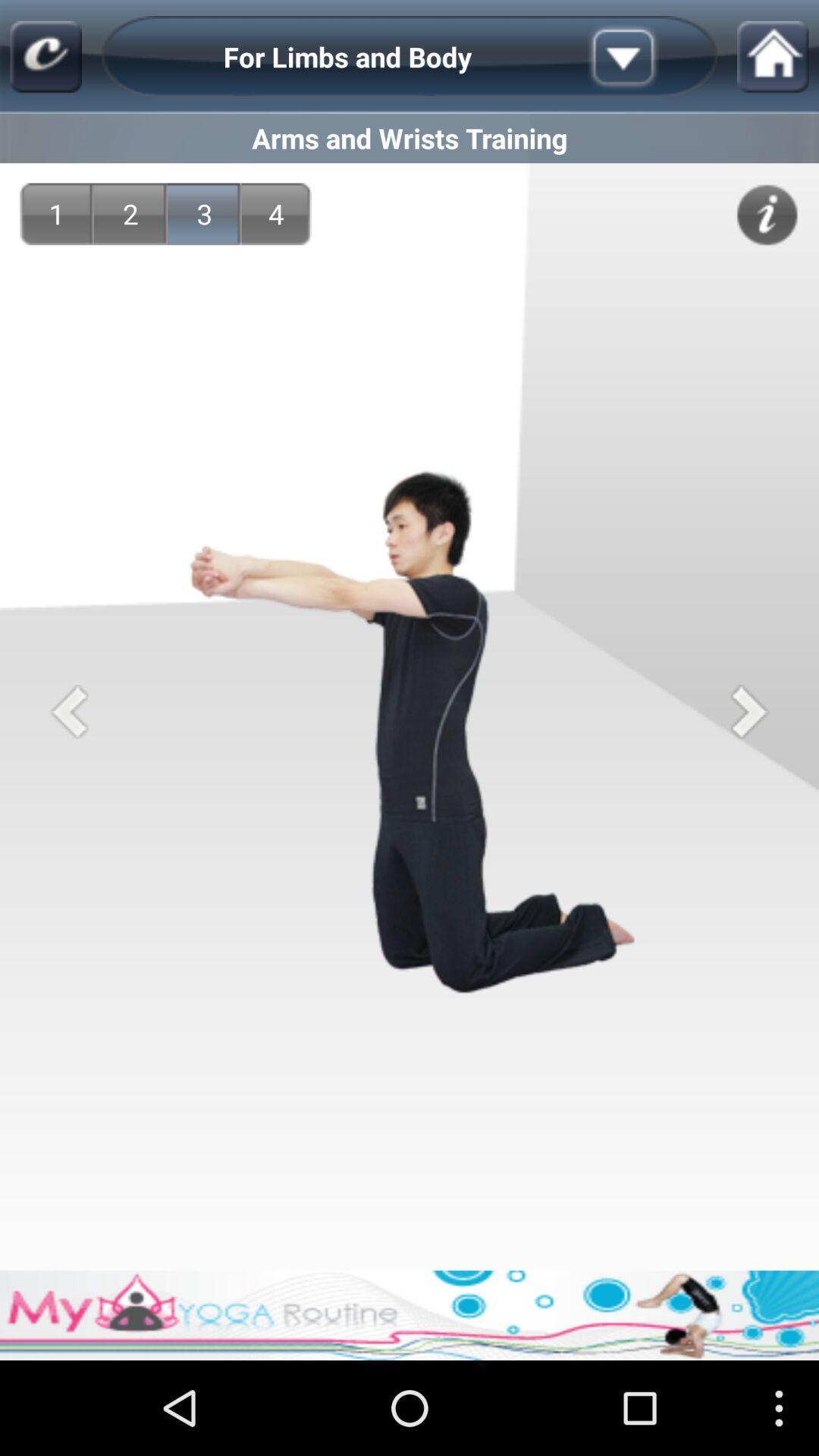 This screenshot has width=819, height=1456. I want to click on advertisement, so click(409, 1314).